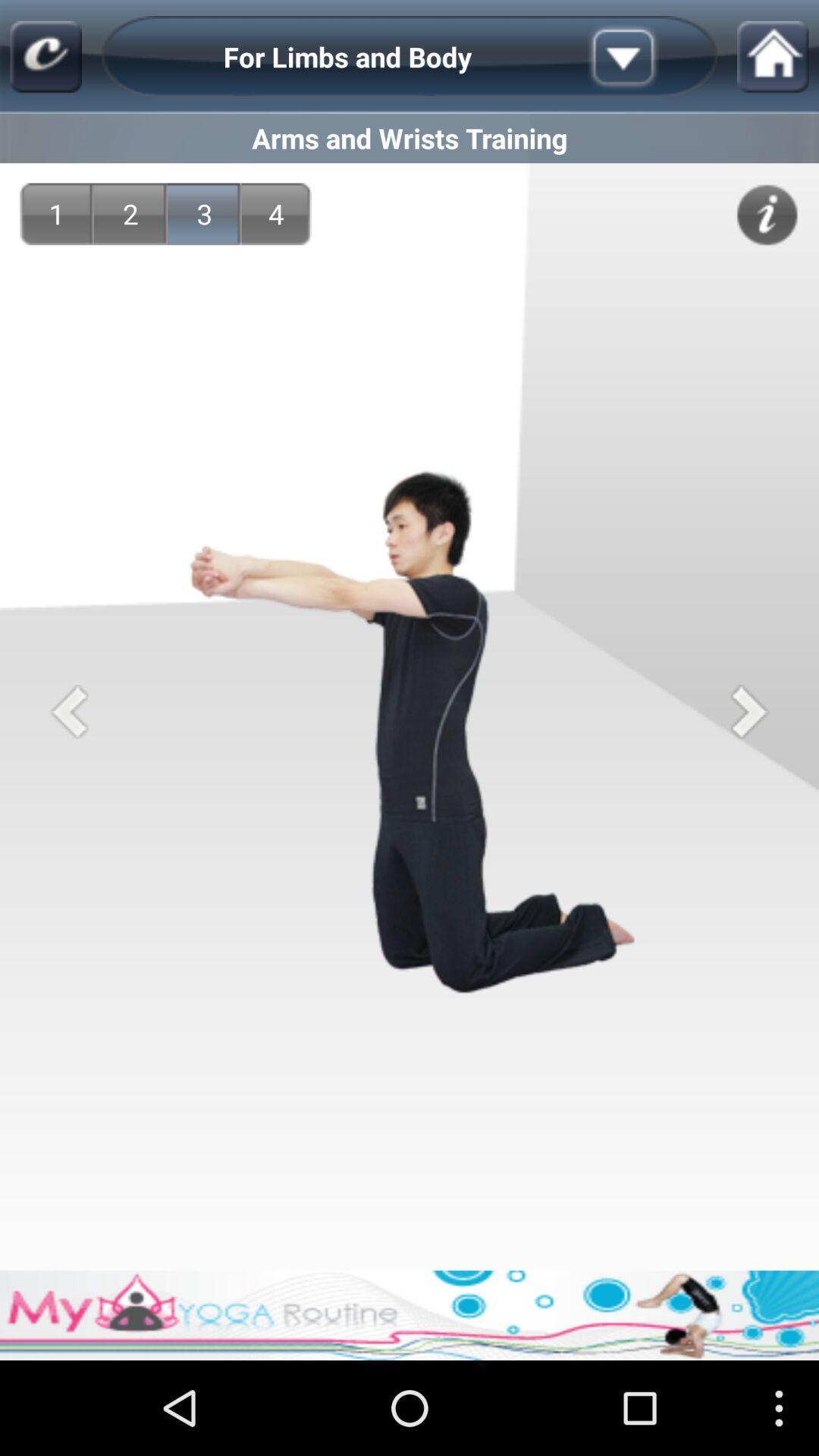 This screenshot has width=819, height=1456. I want to click on advertisement, so click(409, 1314).